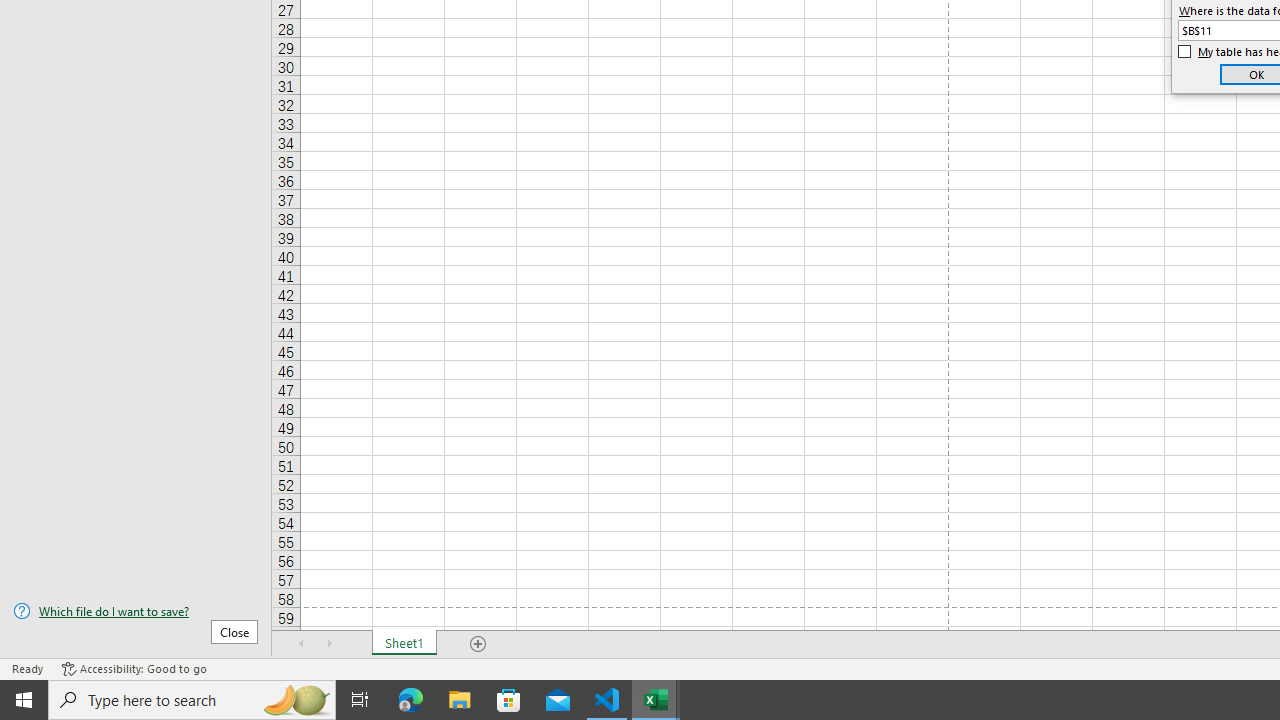  What do you see at coordinates (135, 610) in the screenshot?
I see `'Which file do I want to save?'` at bounding box center [135, 610].